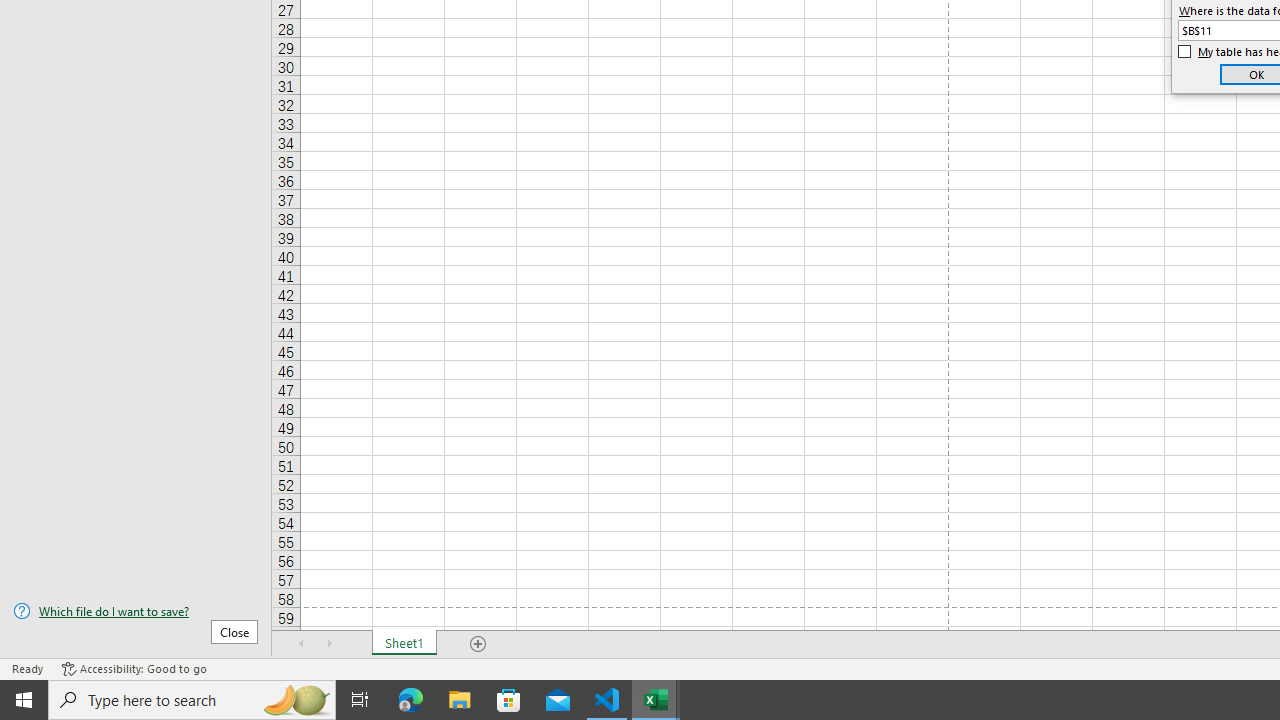  What do you see at coordinates (135, 610) in the screenshot?
I see `'Which file do I want to save?'` at bounding box center [135, 610].